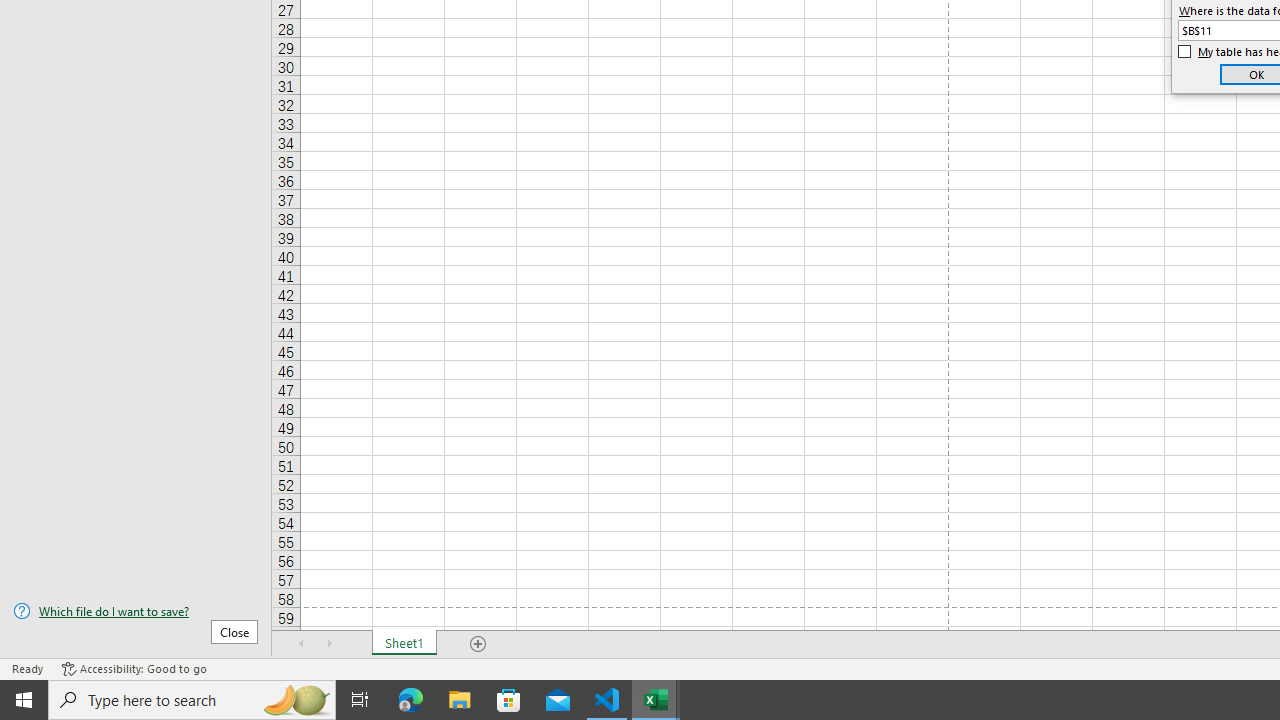  What do you see at coordinates (135, 610) in the screenshot?
I see `'Which file do I want to save?'` at bounding box center [135, 610].